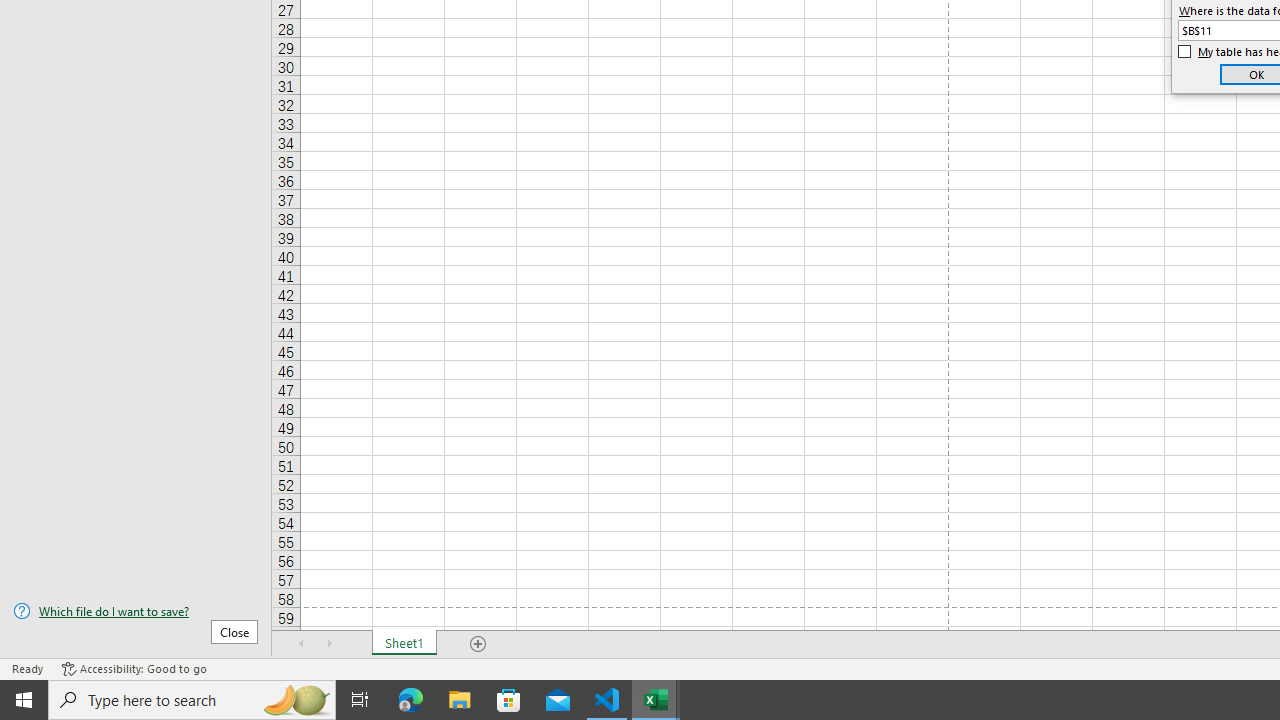  What do you see at coordinates (135, 610) in the screenshot?
I see `'Which file do I want to save?'` at bounding box center [135, 610].